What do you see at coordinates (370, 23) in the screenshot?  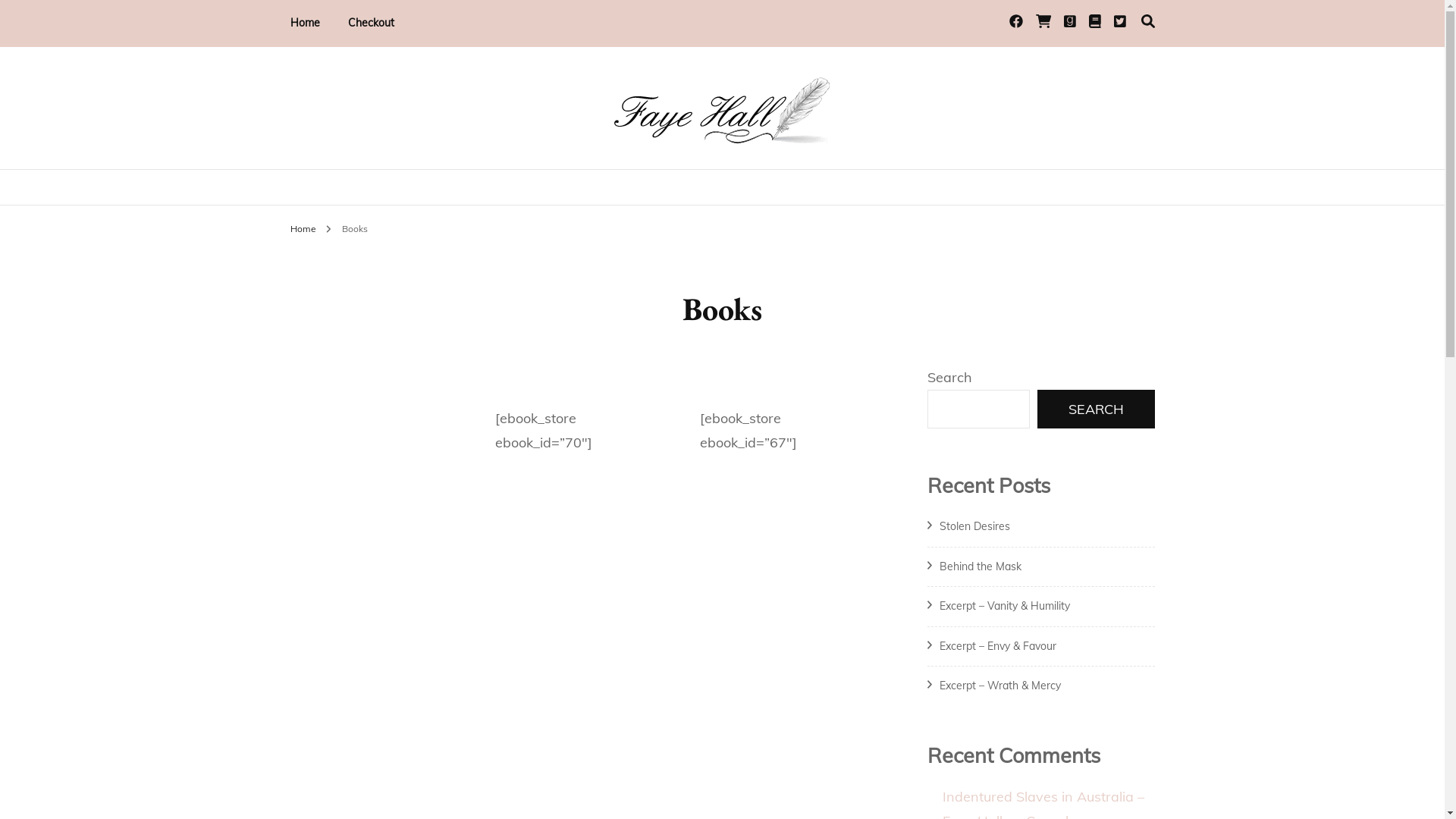 I see `'Checkout'` at bounding box center [370, 23].